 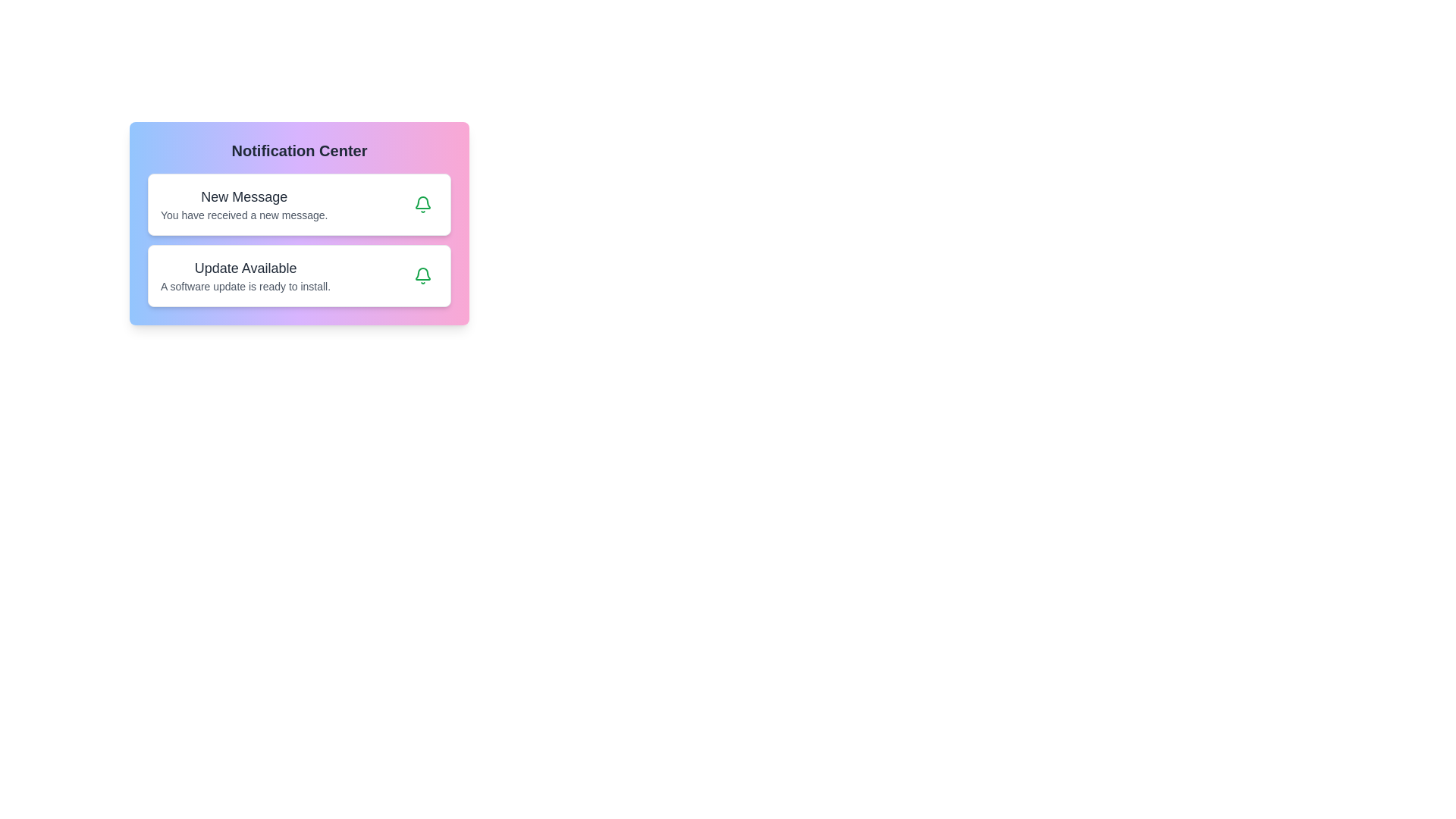 I want to click on the bell icon with a green outline in the notification center, so click(x=422, y=205).